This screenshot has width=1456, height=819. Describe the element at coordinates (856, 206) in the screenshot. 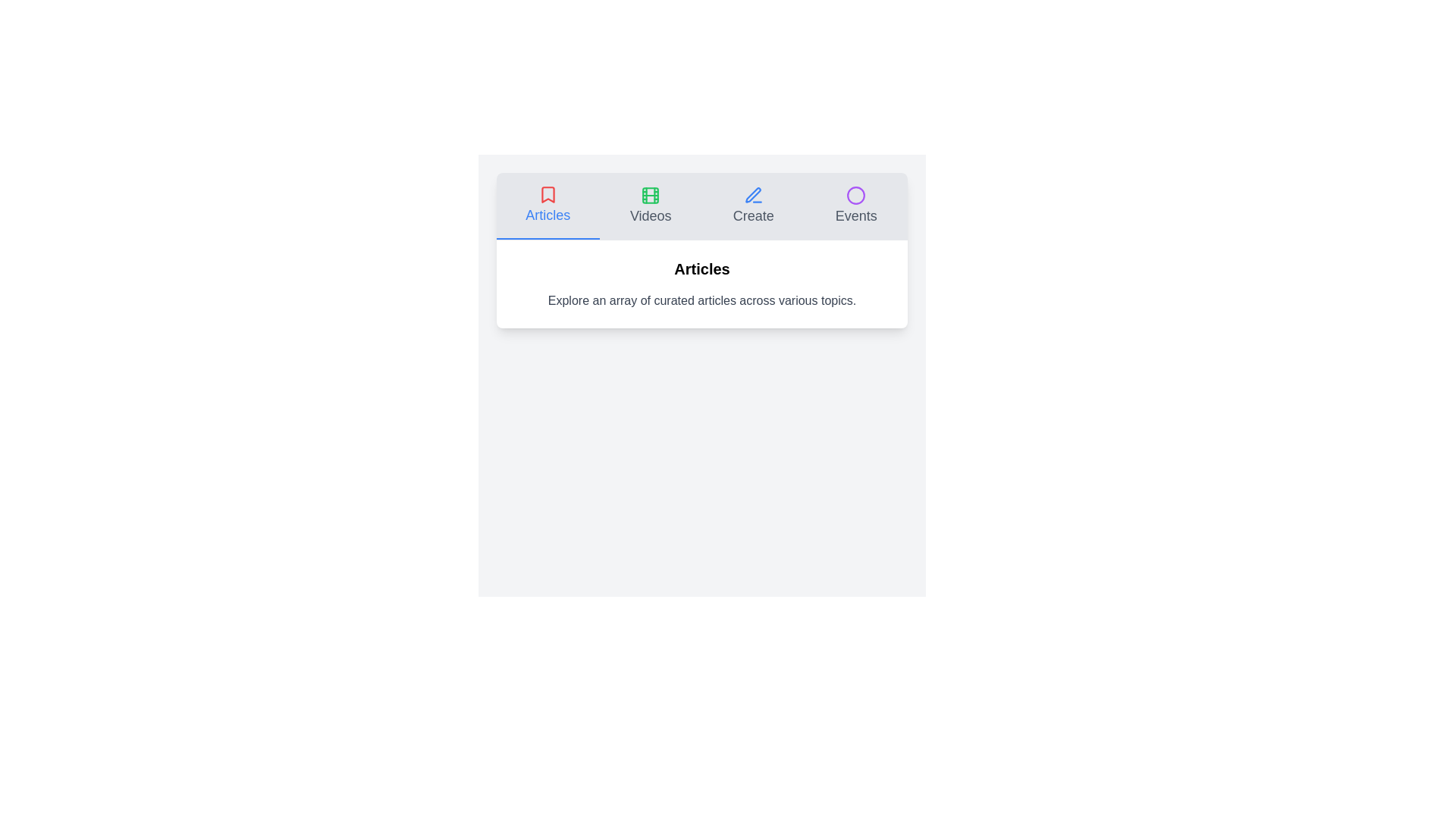

I see `the Events tab to view its content` at that location.